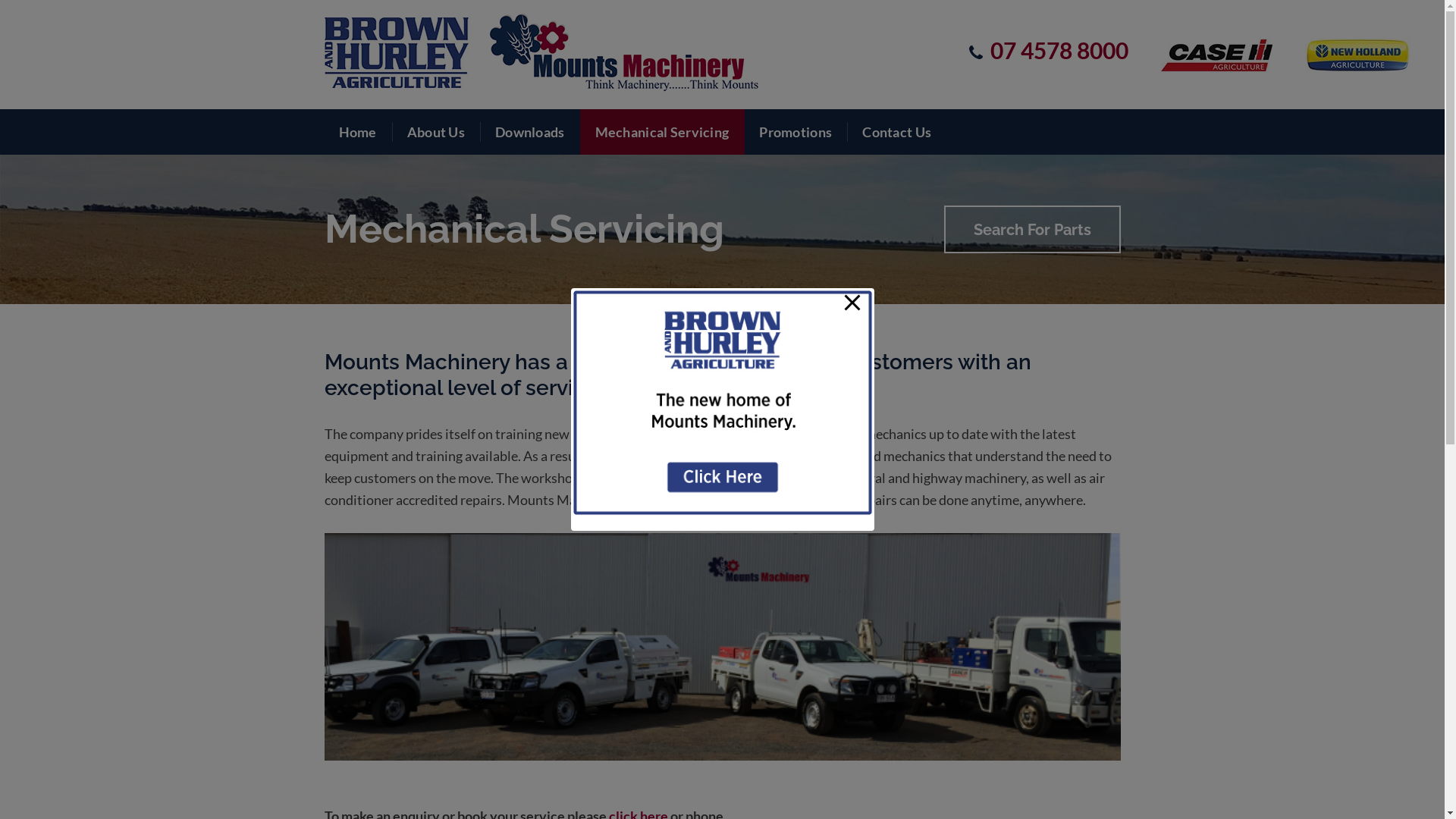  What do you see at coordinates (1031, 229) in the screenshot?
I see `'Search For Parts'` at bounding box center [1031, 229].